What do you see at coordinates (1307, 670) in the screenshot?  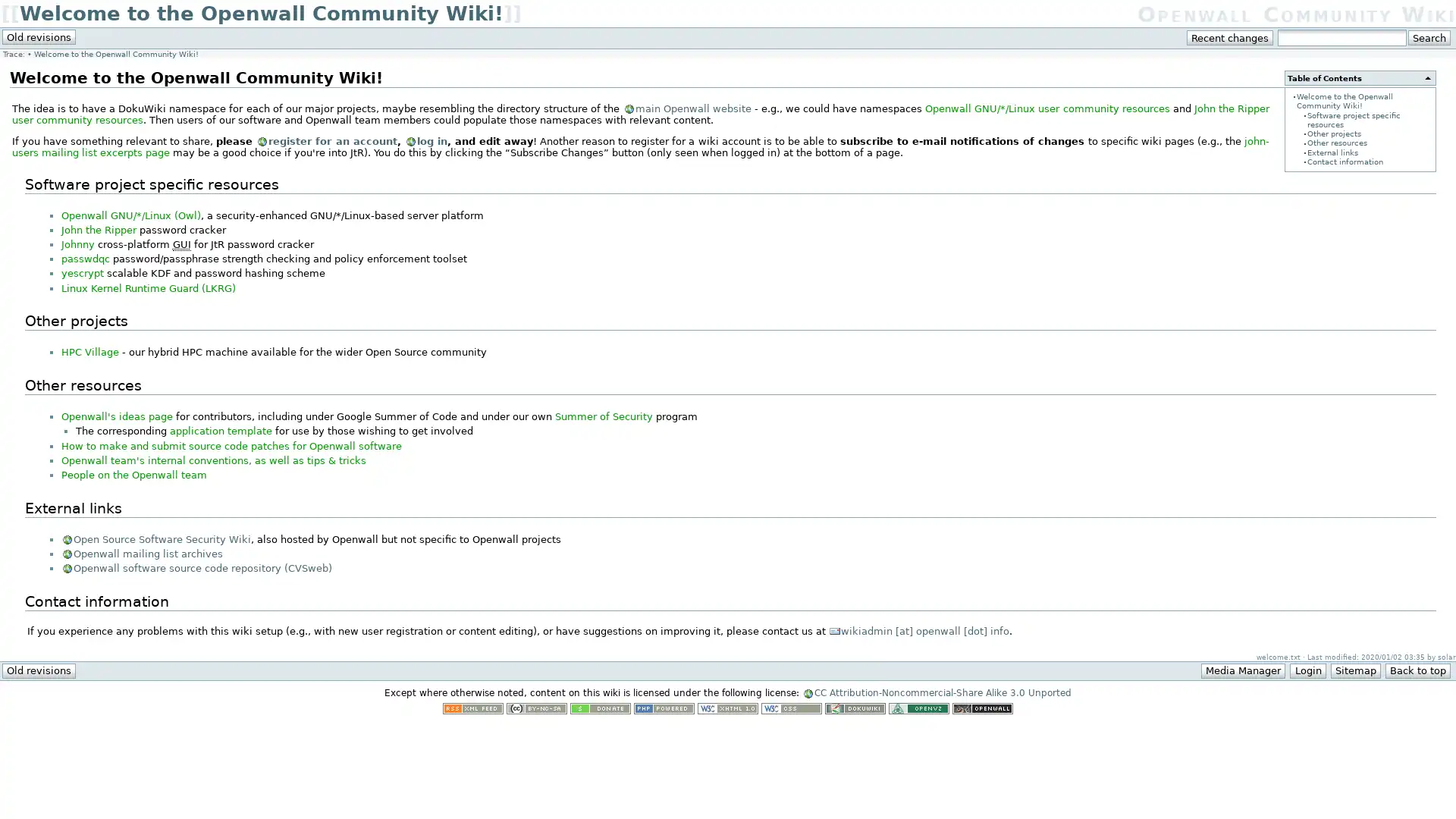 I see `Login` at bounding box center [1307, 670].